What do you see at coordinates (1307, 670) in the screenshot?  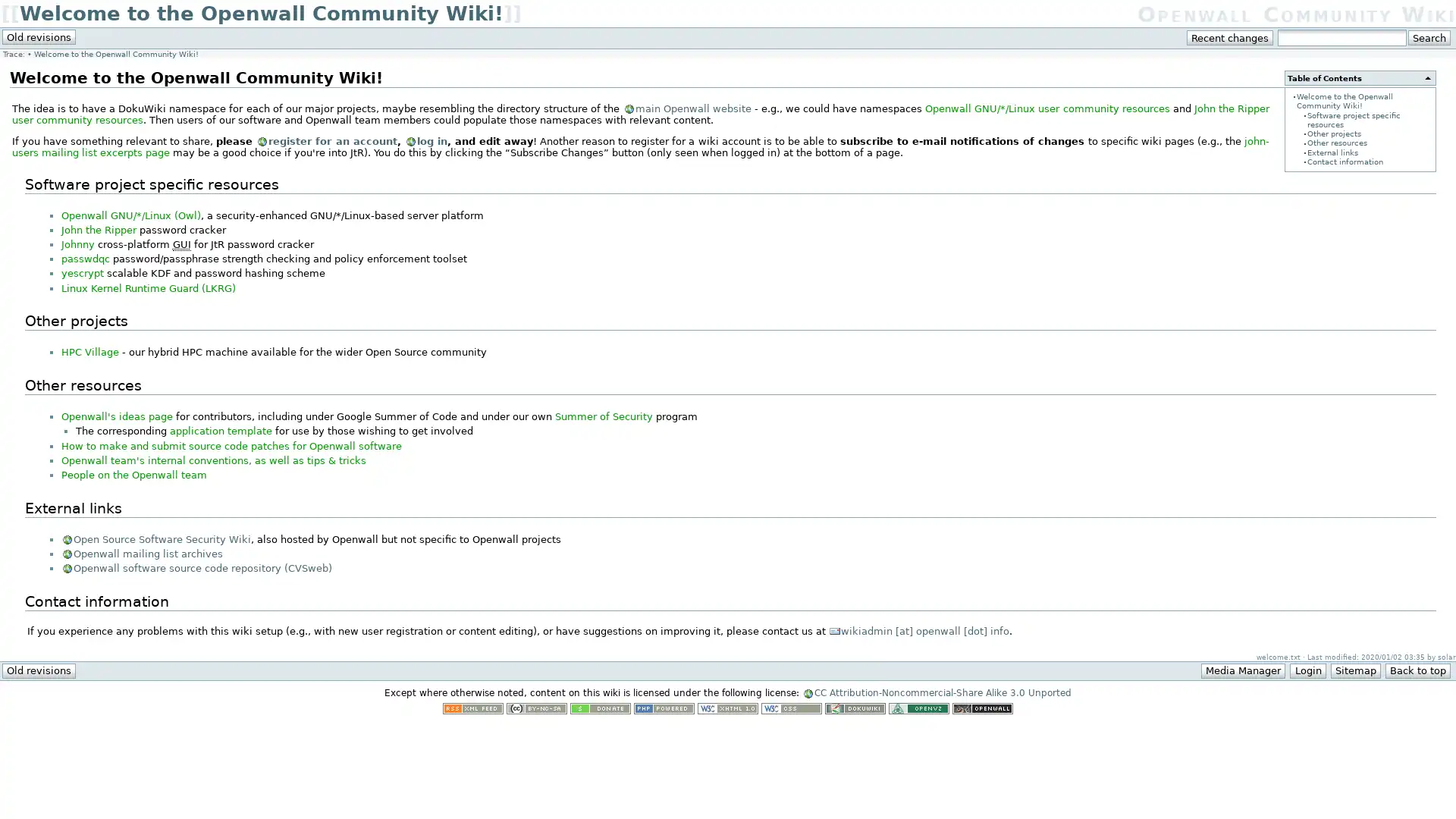 I see `Login` at bounding box center [1307, 670].